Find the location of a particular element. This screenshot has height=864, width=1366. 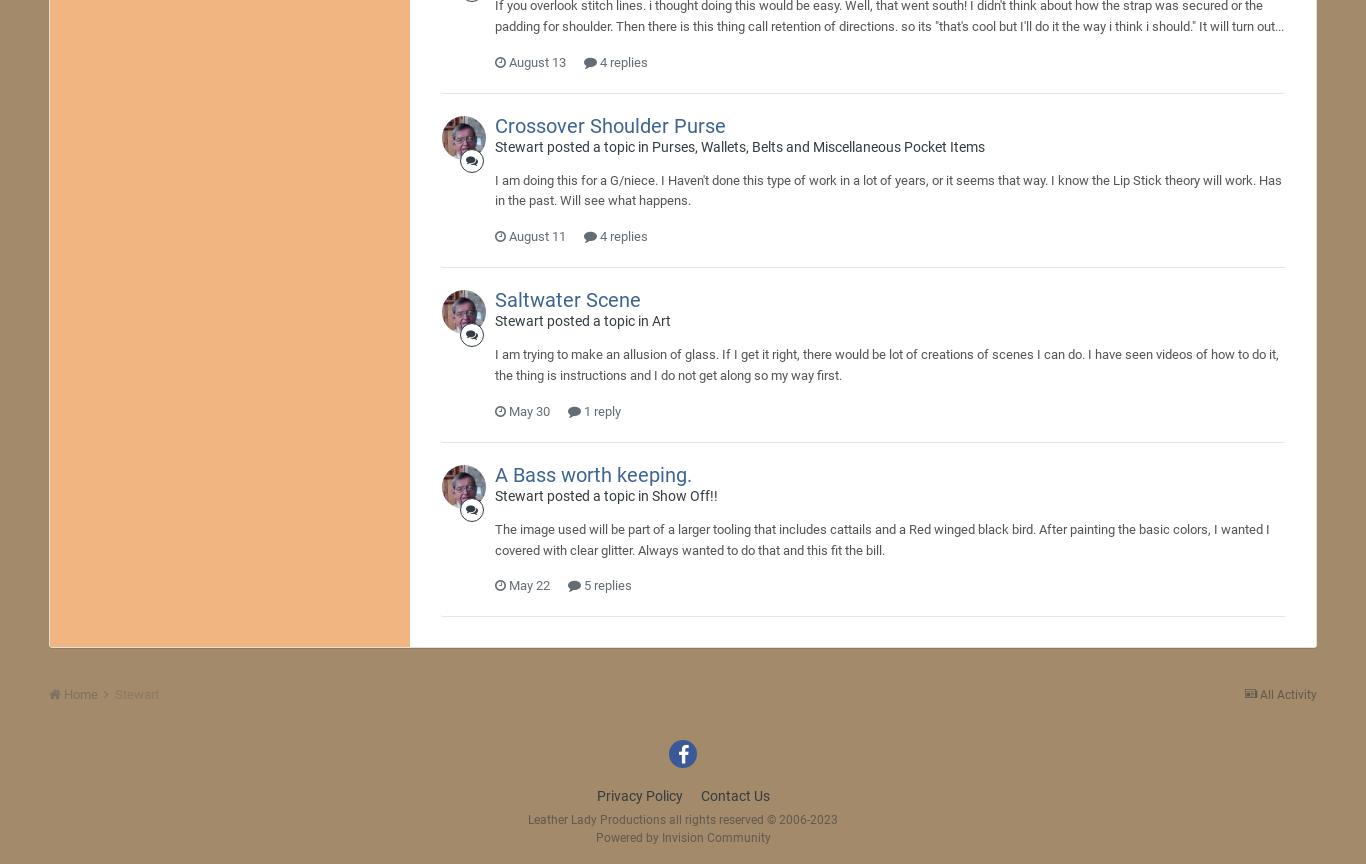

'Powered by Invision Community' is located at coordinates (681, 836).